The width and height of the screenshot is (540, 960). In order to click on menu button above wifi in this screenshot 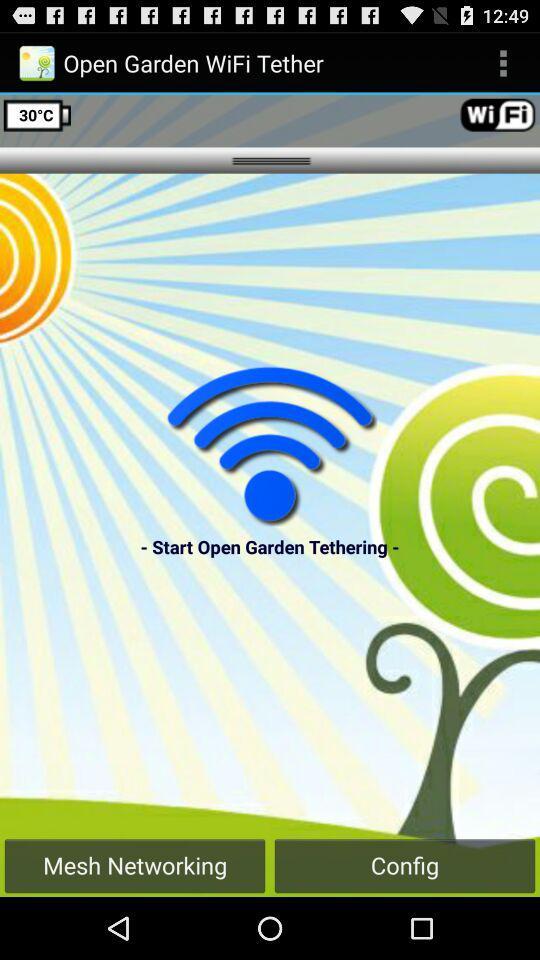, I will do `click(502, 63)`.